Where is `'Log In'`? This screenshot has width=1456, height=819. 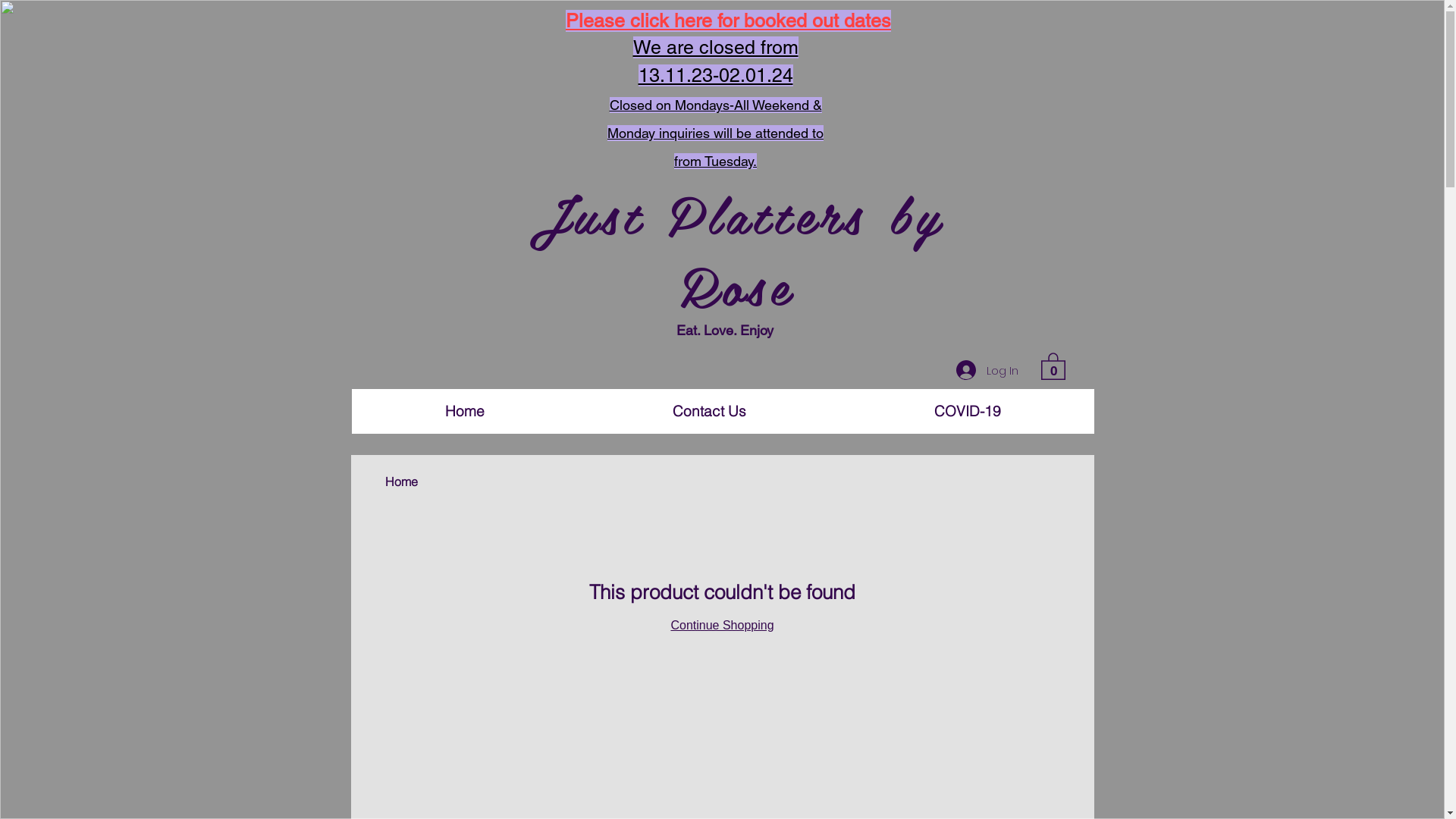 'Log In' is located at coordinates (986, 370).